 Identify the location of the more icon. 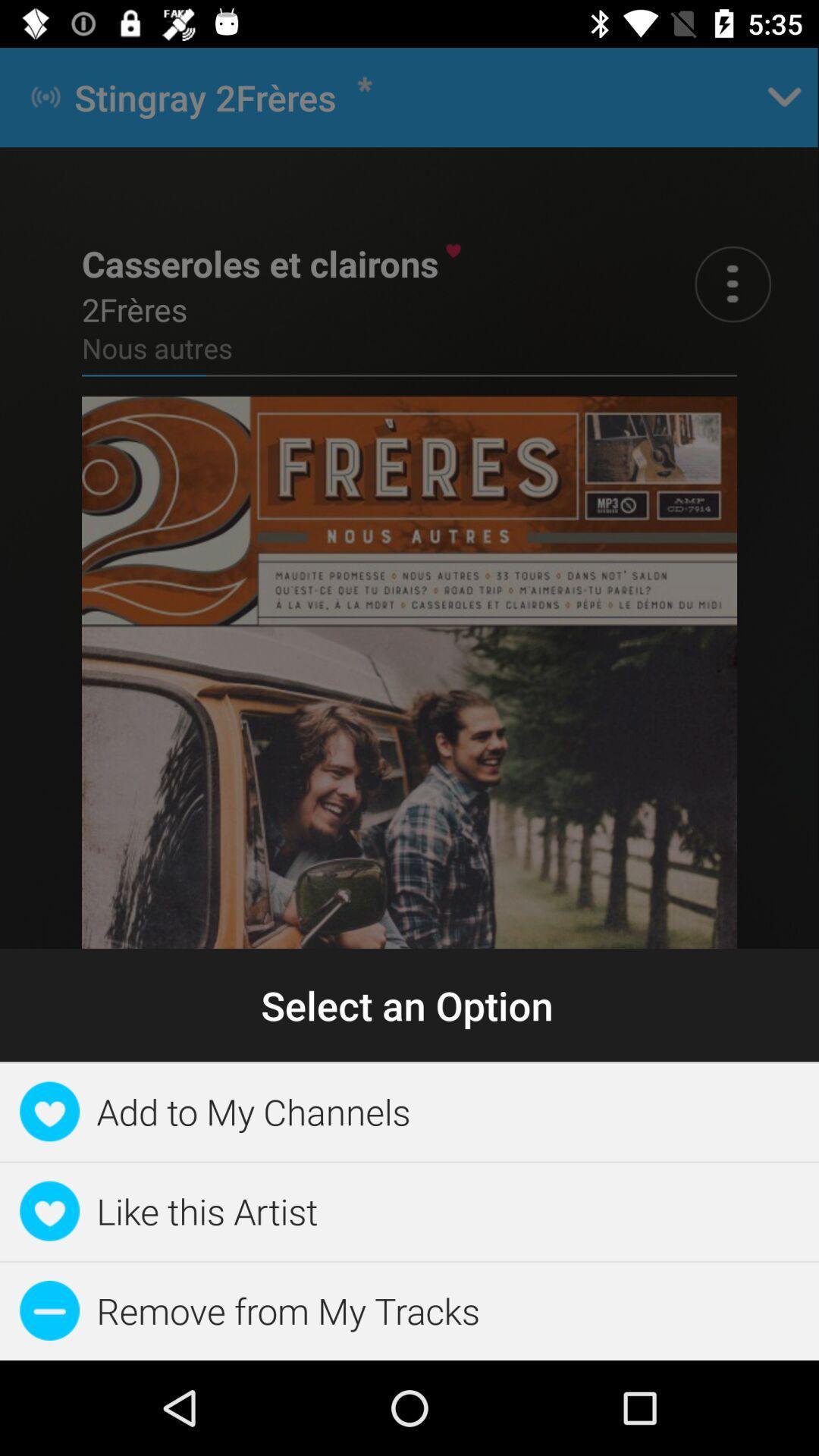
(732, 284).